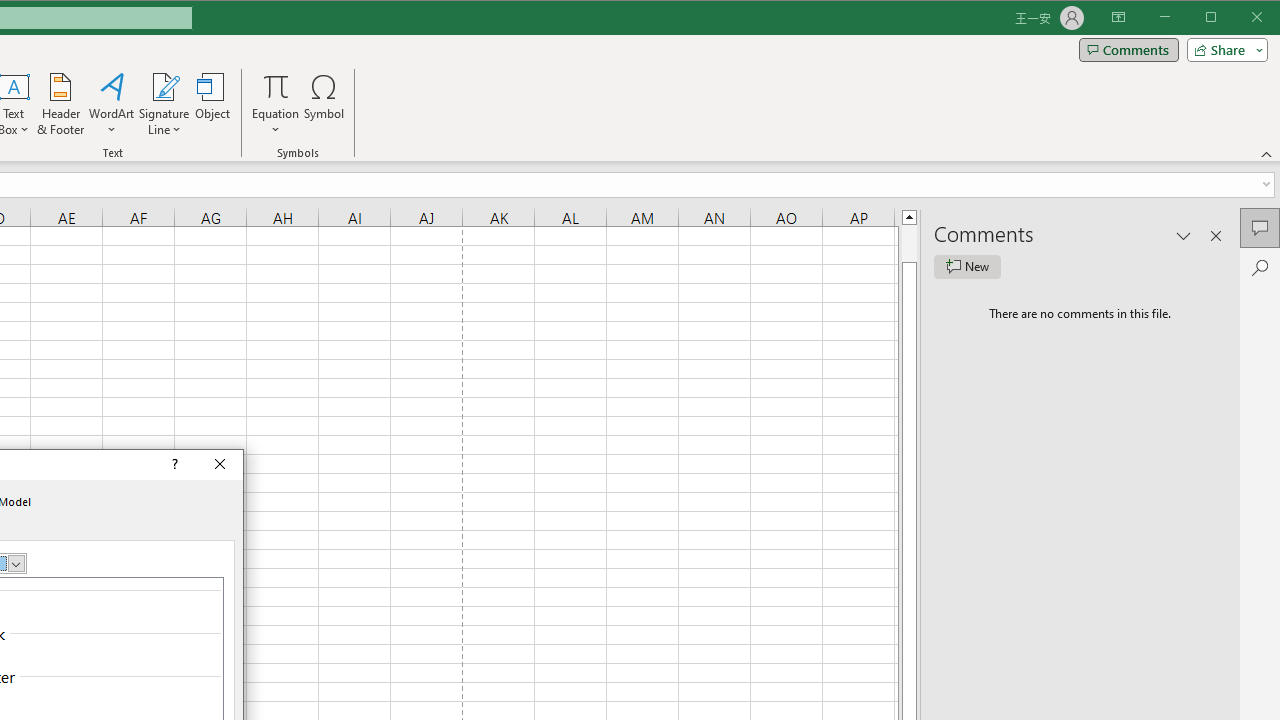  Describe the element at coordinates (274, 104) in the screenshot. I see `'Equation'` at that location.